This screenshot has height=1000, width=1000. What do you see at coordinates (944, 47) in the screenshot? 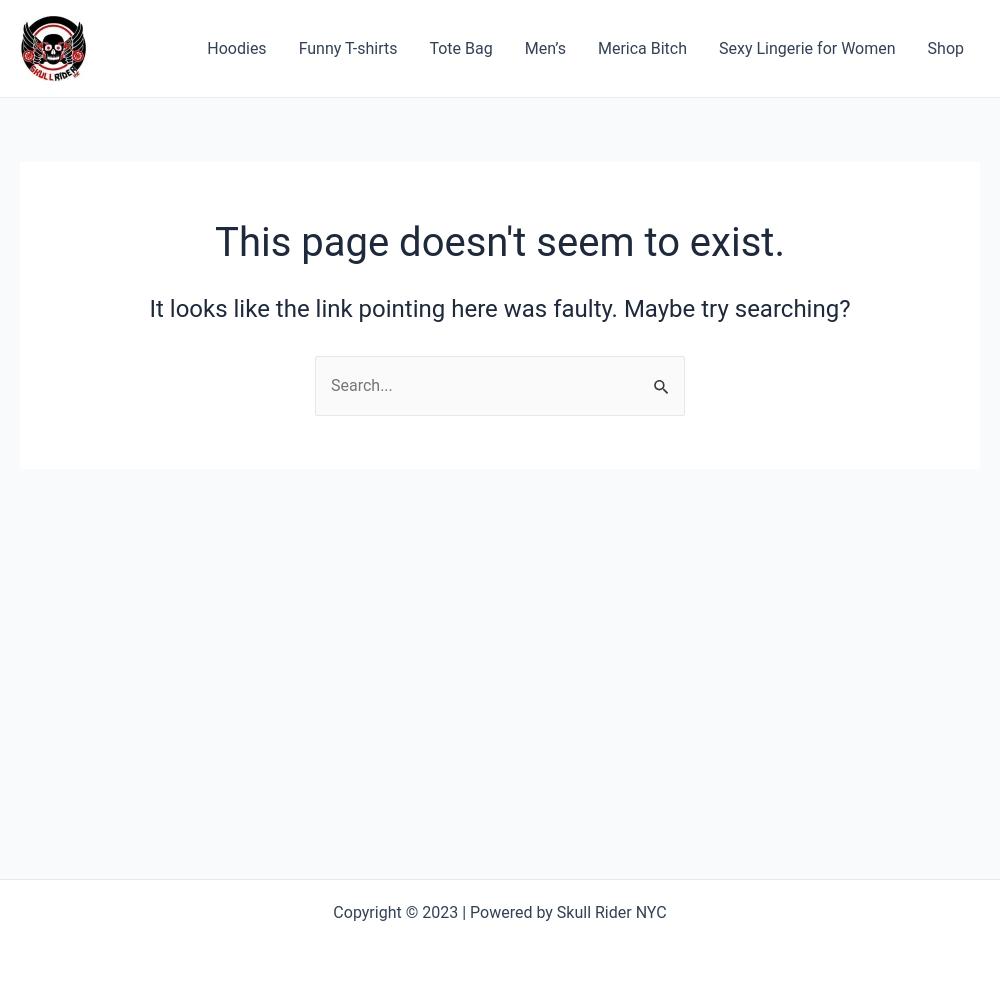
I see `'Shop'` at bounding box center [944, 47].